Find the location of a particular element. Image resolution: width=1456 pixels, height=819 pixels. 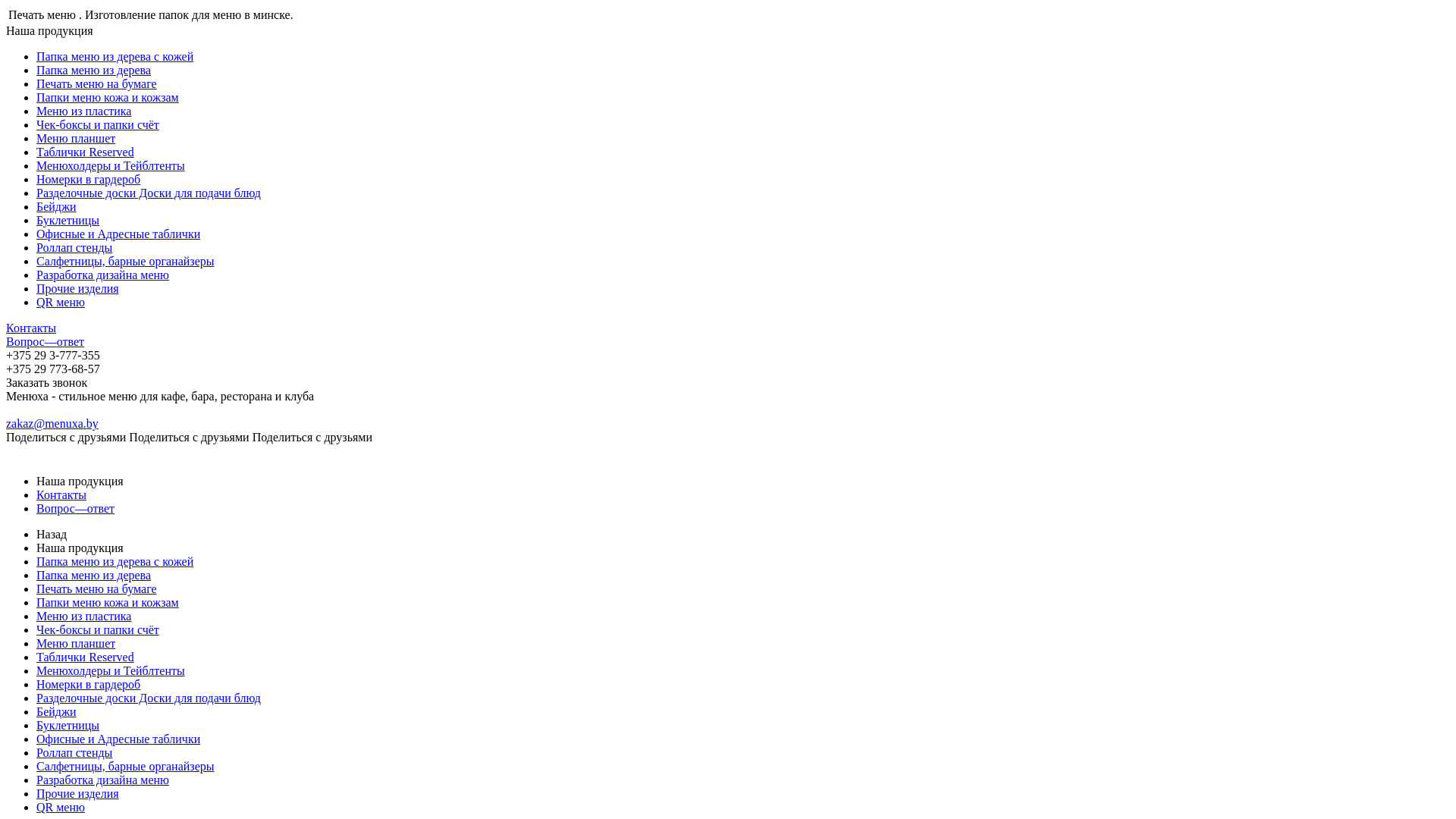

'zakaz@menuxa.by' is located at coordinates (52, 423).